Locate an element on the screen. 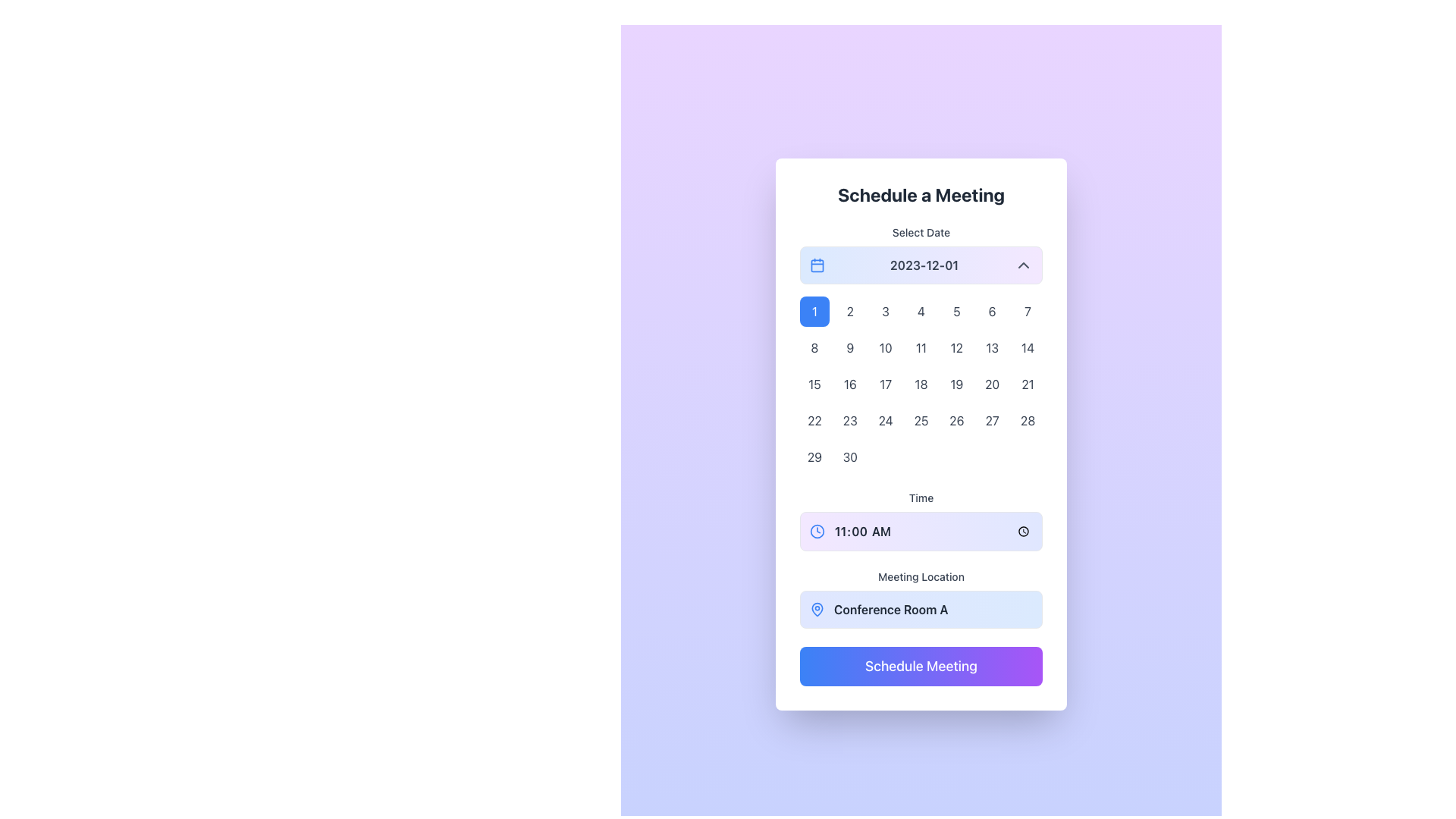 The height and width of the screenshot is (819, 1456). the 'Time' label, which is a small-sized sans-serif text in gray color, positioned centrally above the time selection input in the form is located at coordinates (920, 497).